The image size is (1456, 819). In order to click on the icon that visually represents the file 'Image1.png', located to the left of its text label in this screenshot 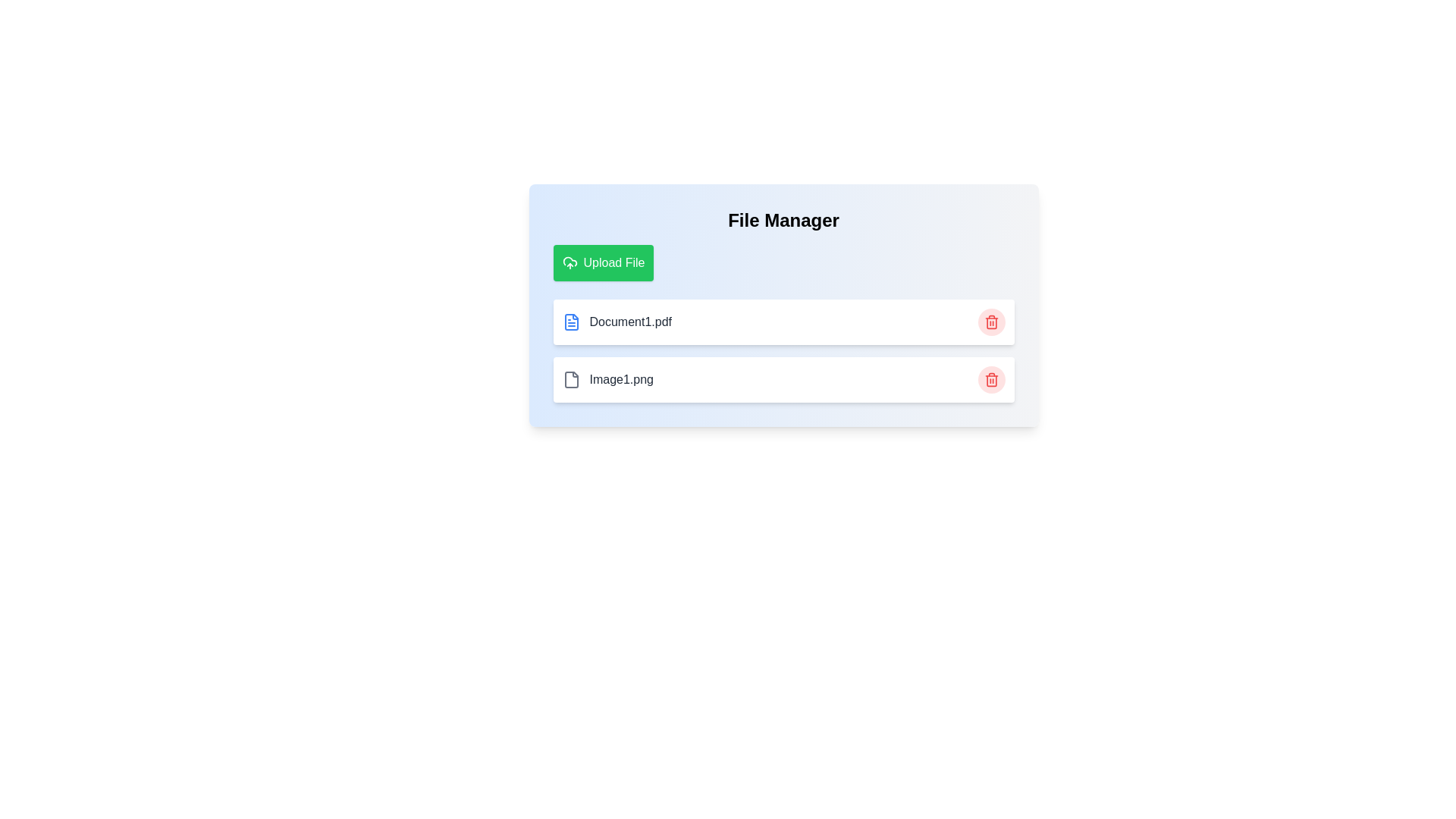, I will do `click(570, 379)`.